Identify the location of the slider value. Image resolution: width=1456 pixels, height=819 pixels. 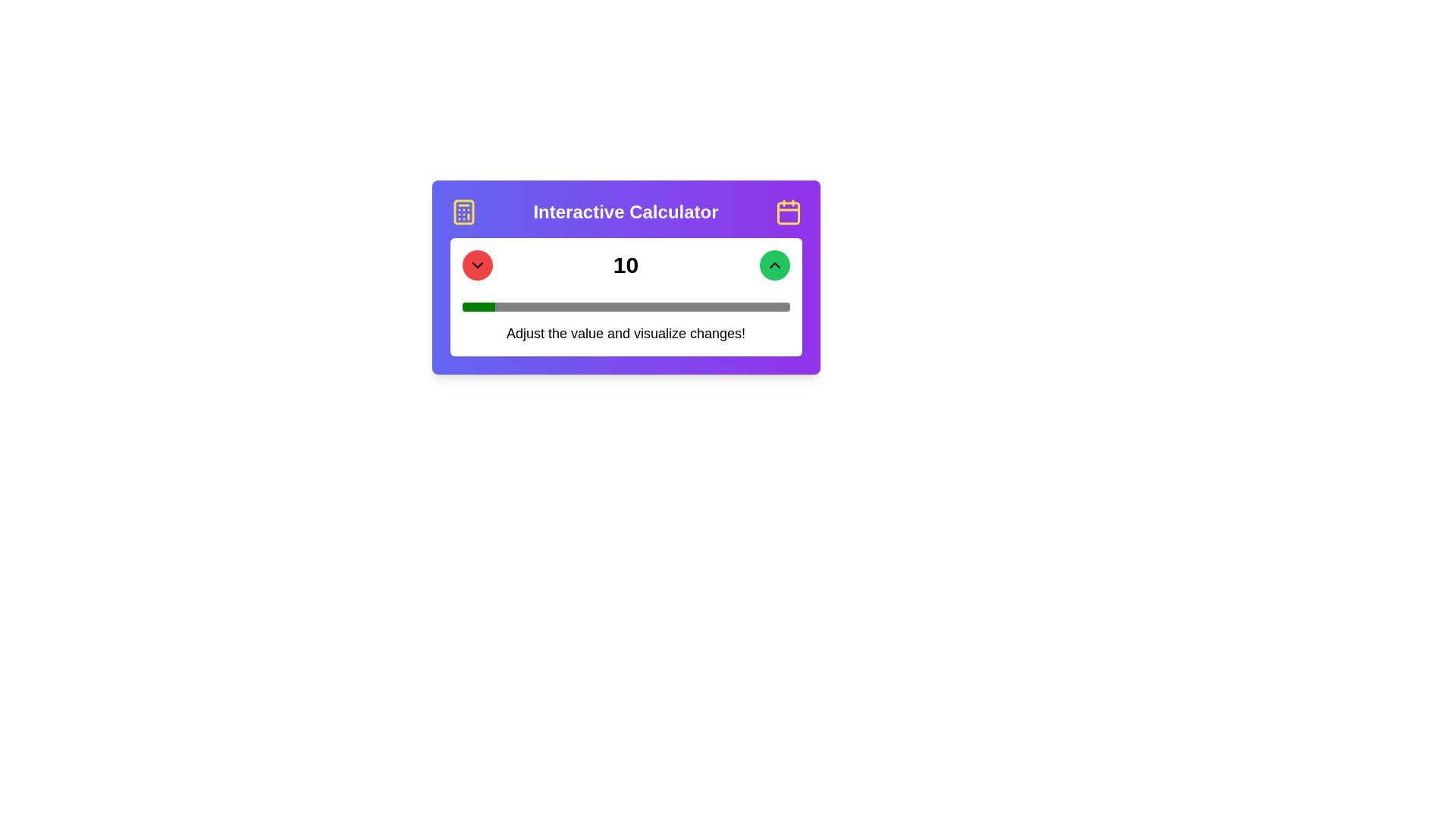
(770, 307).